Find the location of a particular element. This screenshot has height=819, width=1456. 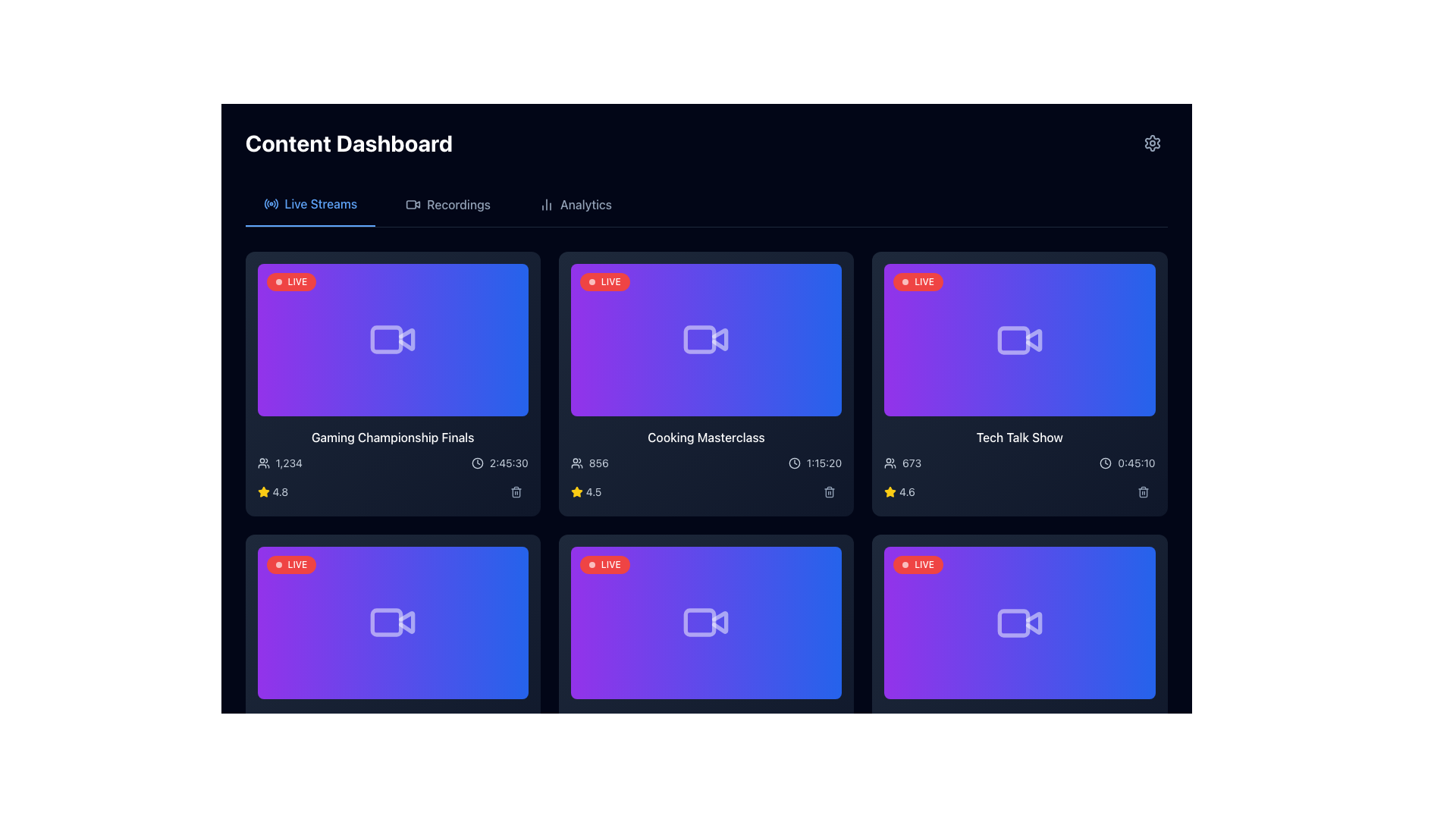

the Navigation tab located below the 'Content Dashboard' heading is located at coordinates (309, 205).